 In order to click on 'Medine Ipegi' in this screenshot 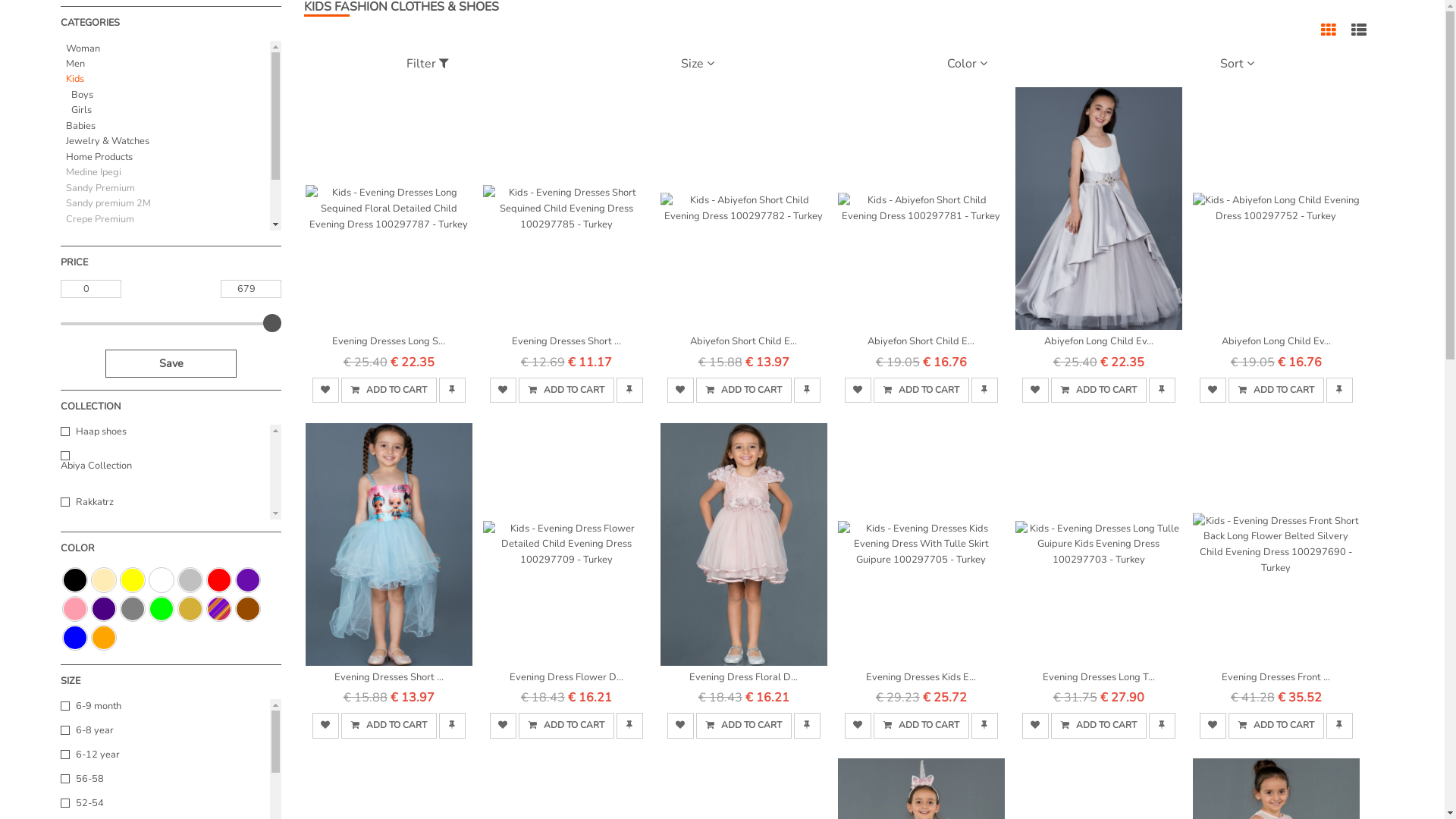, I will do `click(64, 171)`.